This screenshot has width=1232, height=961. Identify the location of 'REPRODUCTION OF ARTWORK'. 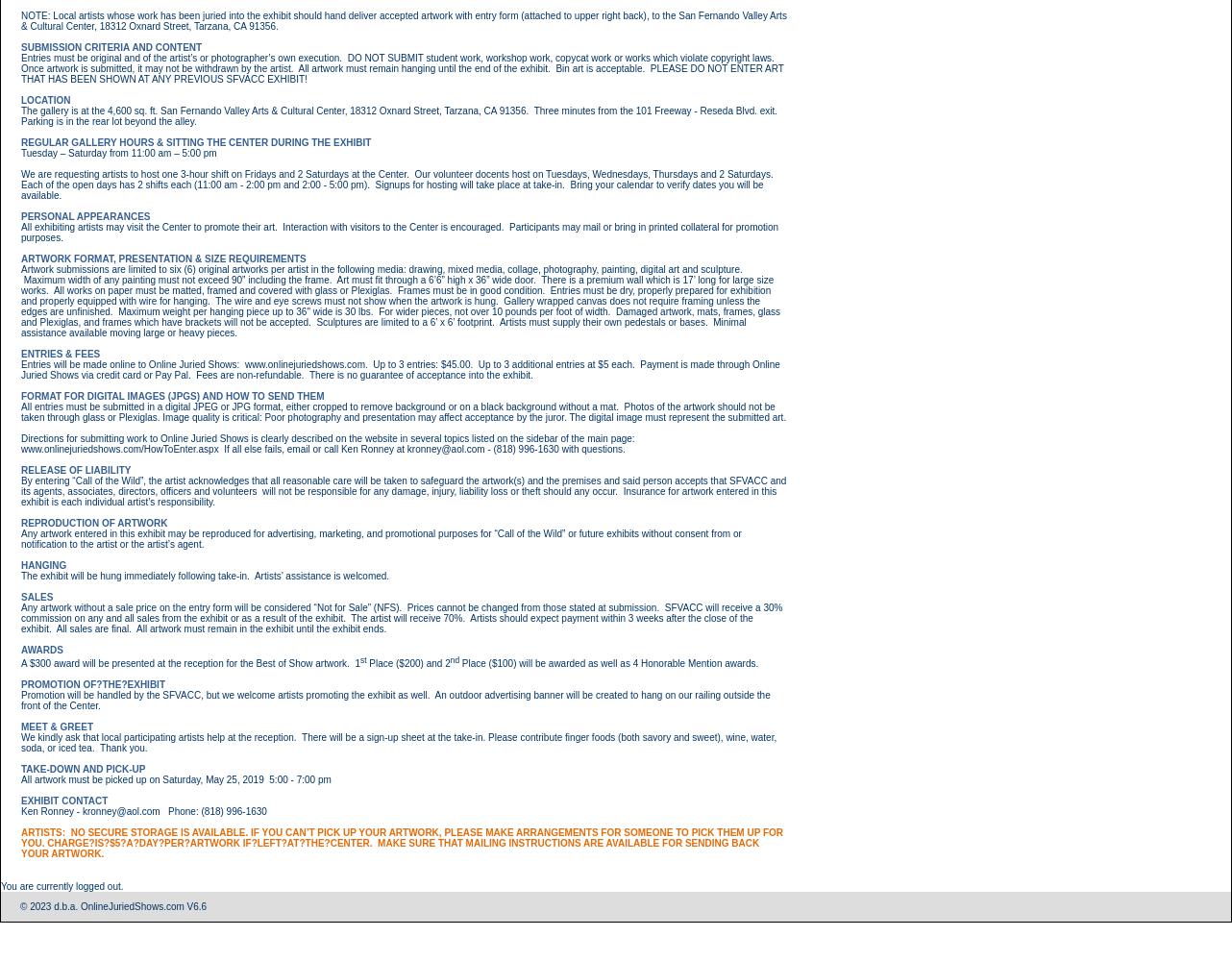
(21, 522).